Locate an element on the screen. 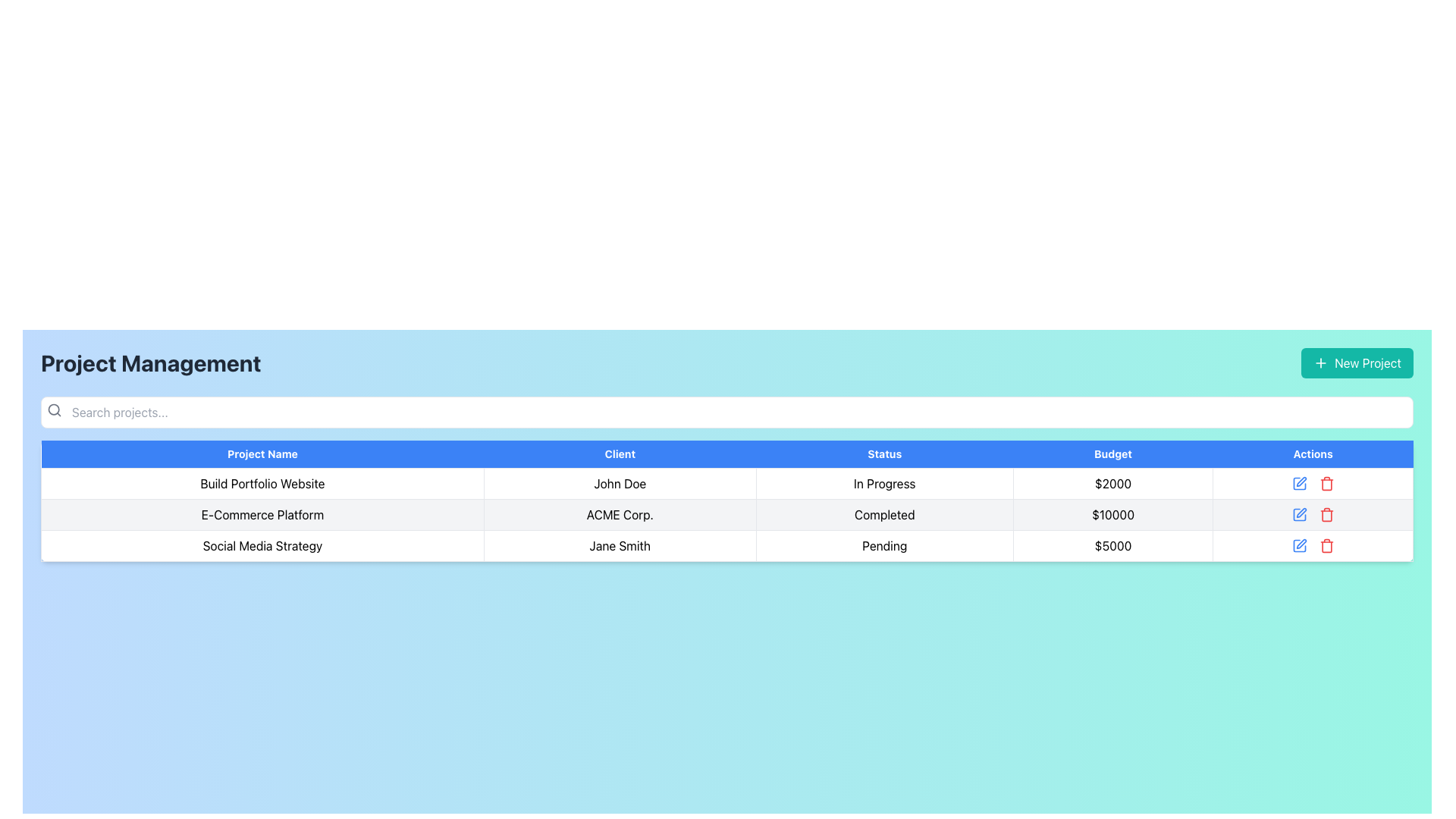 This screenshot has height=819, width=1456. text from the Table Cell in the 'Status' column indicating the project's completion for 'E-Commerce Platform' by 'ACME Corp.' is located at coordinates (884, 513).